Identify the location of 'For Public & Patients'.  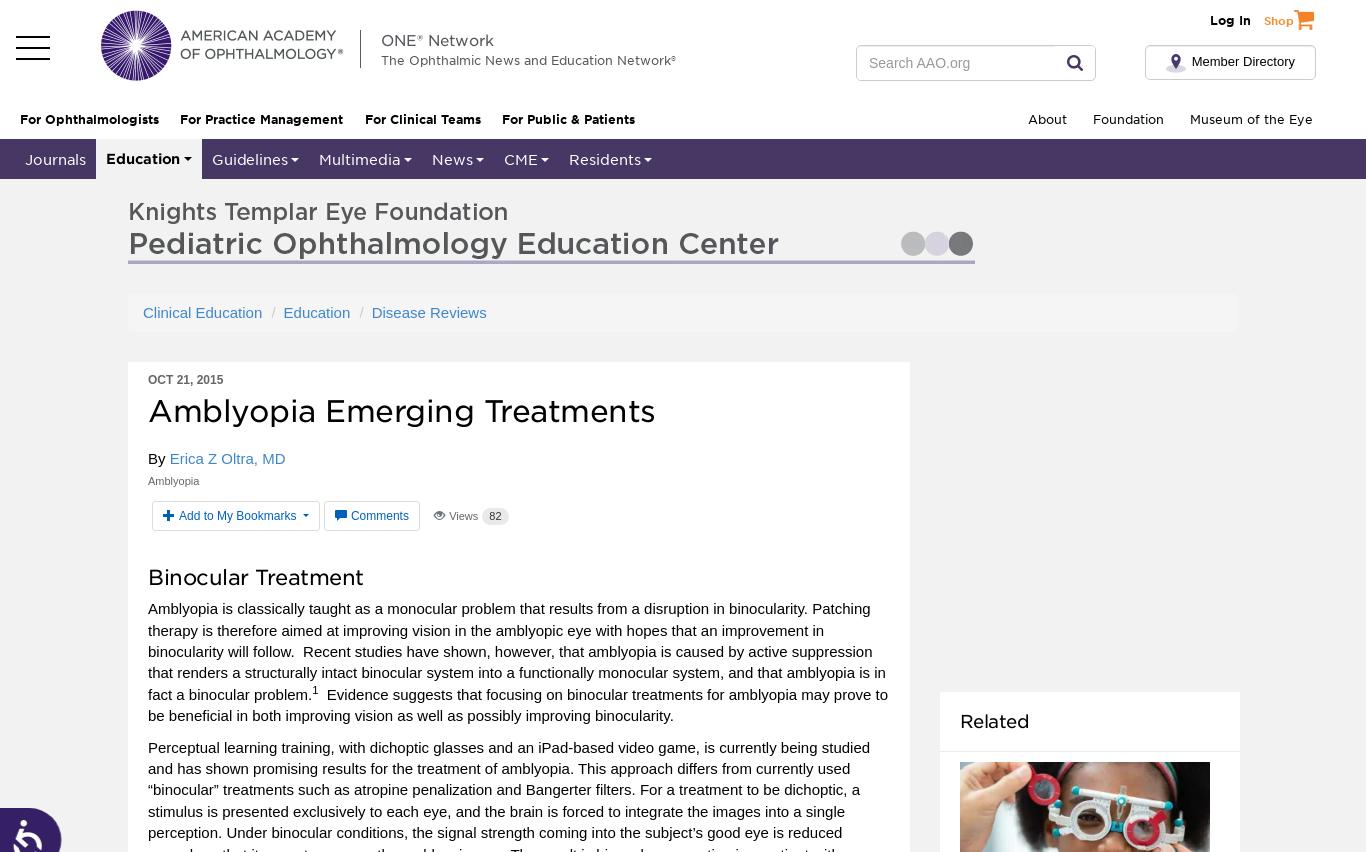
(568, 119).